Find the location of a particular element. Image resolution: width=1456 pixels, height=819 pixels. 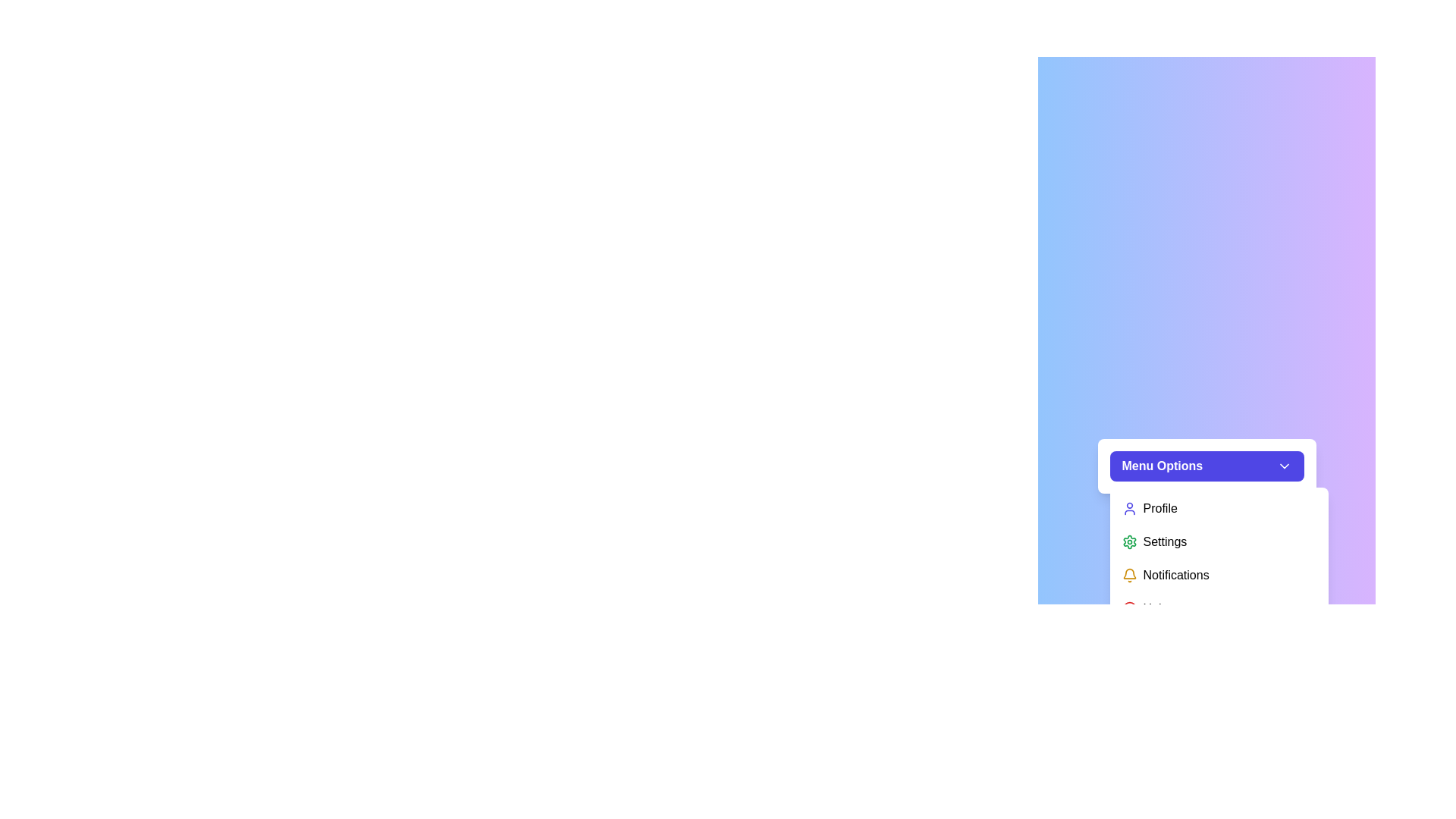

the help icon located in the bottom portion of the 'Menu Options' dropdown is located at coordinates (1129, 607).